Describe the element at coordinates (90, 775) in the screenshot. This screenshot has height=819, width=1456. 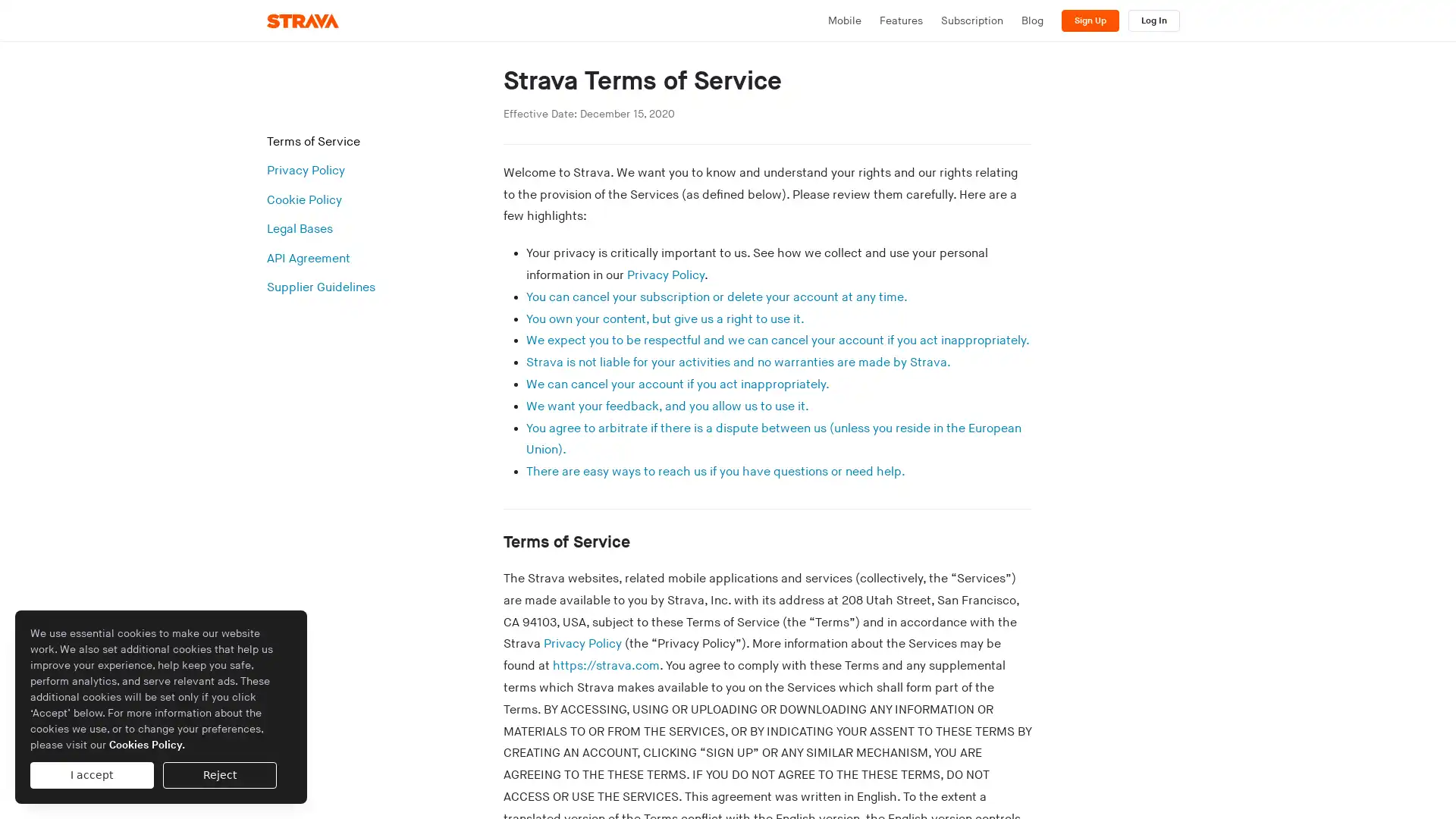
I see `I accept` at that location.